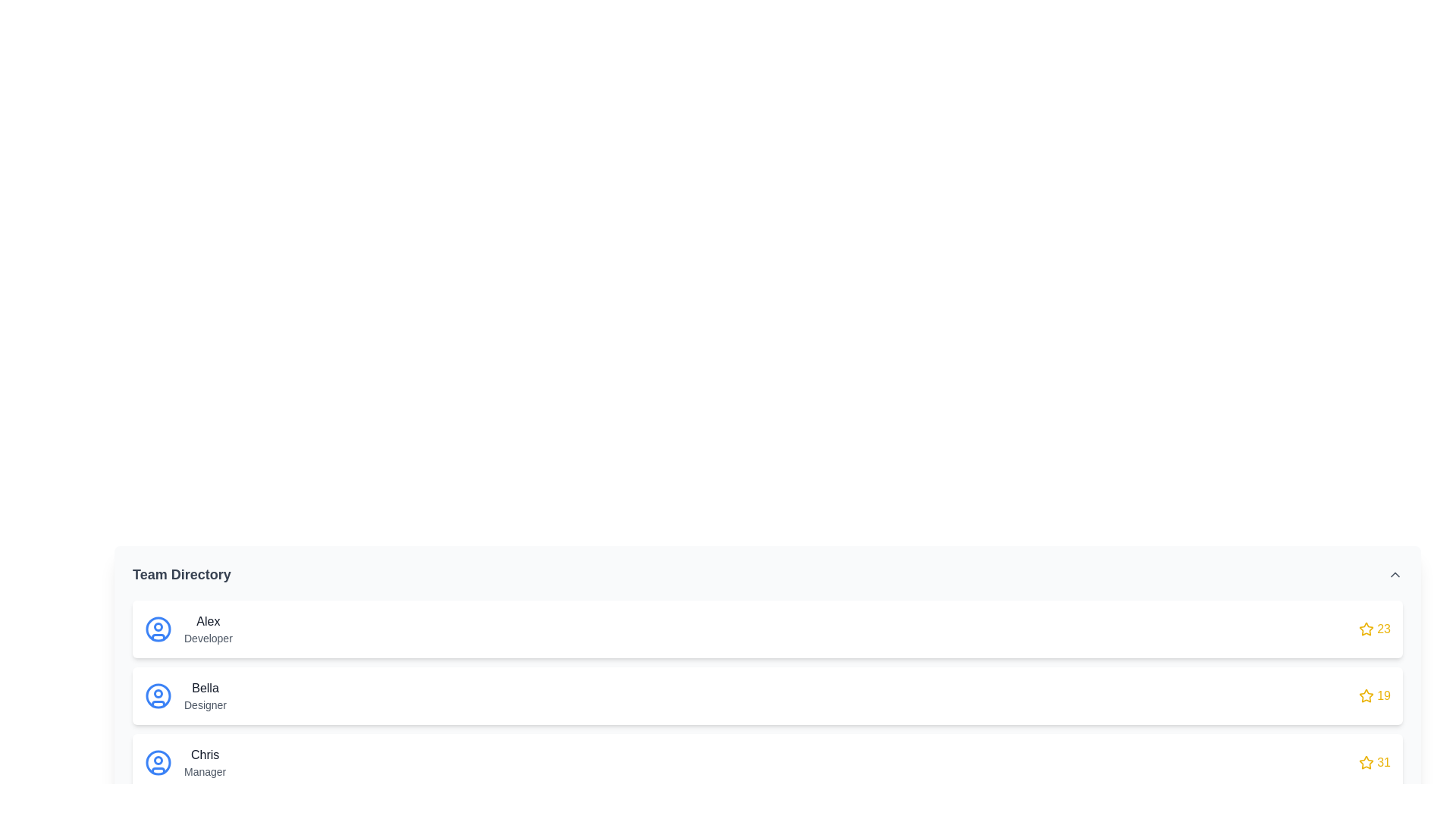  I want to click on static text label that indicates the role 'Developer' located directly beneath the name 'Alex' in the Team Directory section, so click(207, 638).